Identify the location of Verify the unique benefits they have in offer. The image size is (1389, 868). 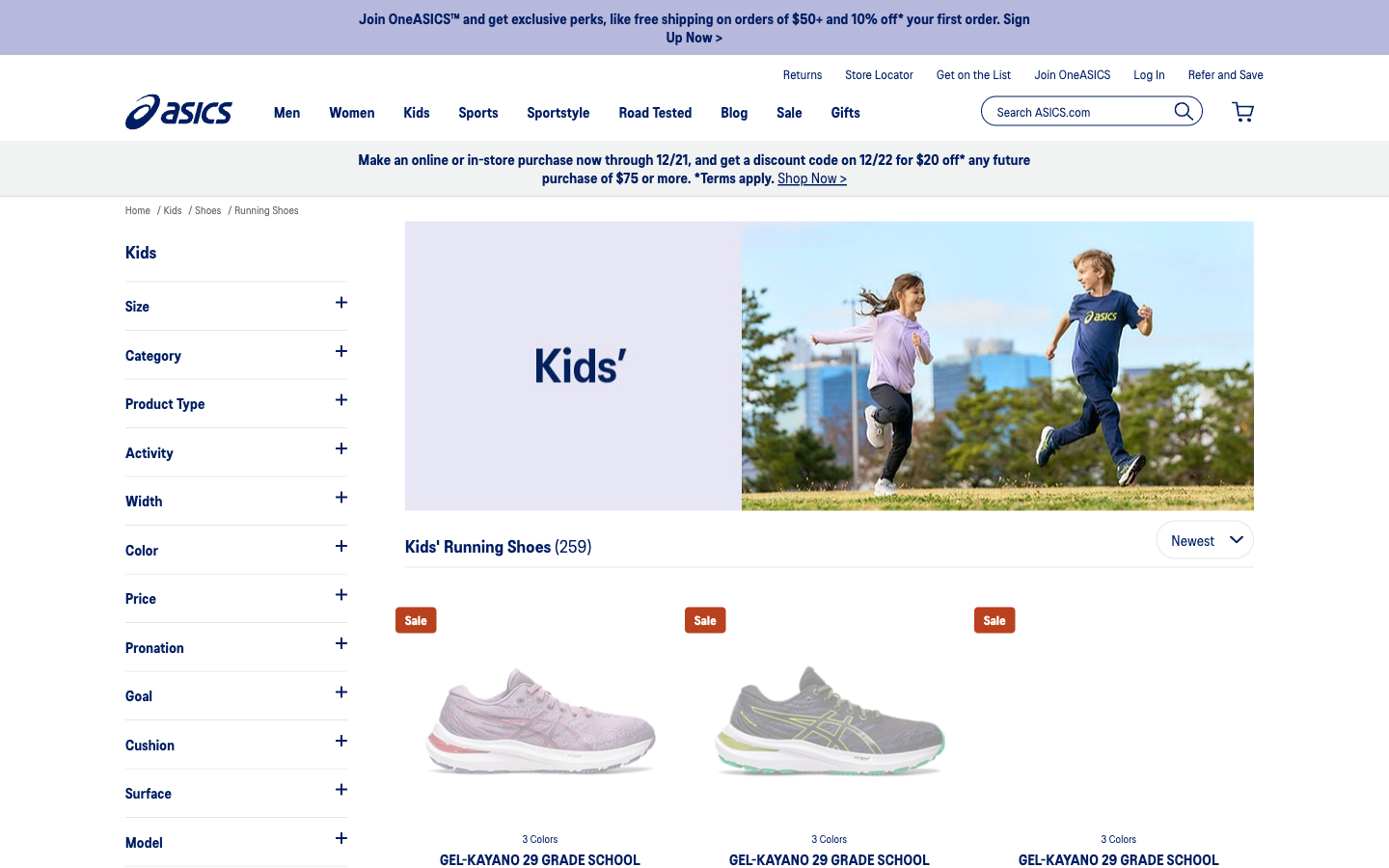
(694, 26).